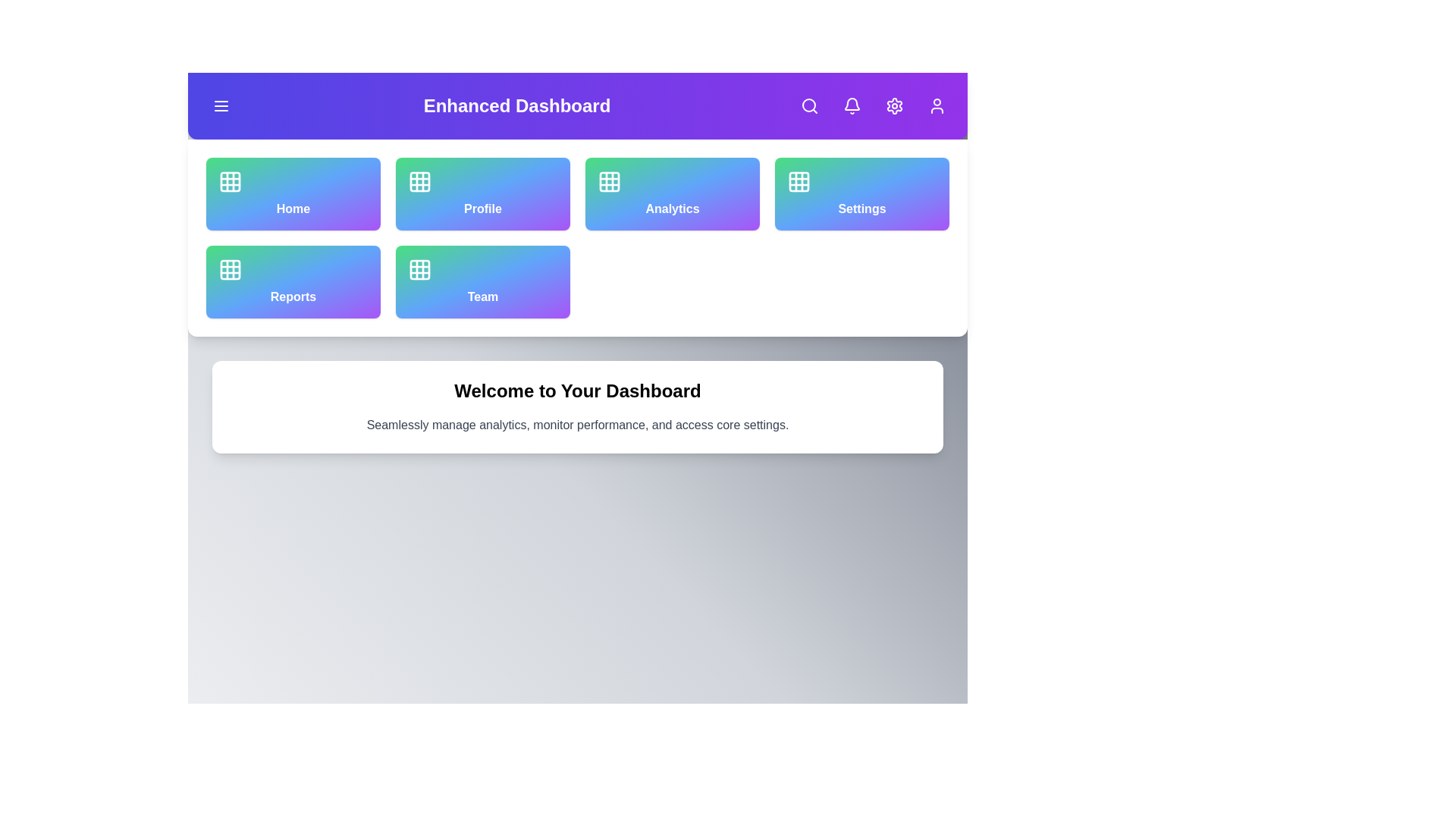 Image resolution: width=1456 pixels, height=819 pixels. I want to click on the navigation option Analytics by clicking its corresponding button, so click(672, 193).